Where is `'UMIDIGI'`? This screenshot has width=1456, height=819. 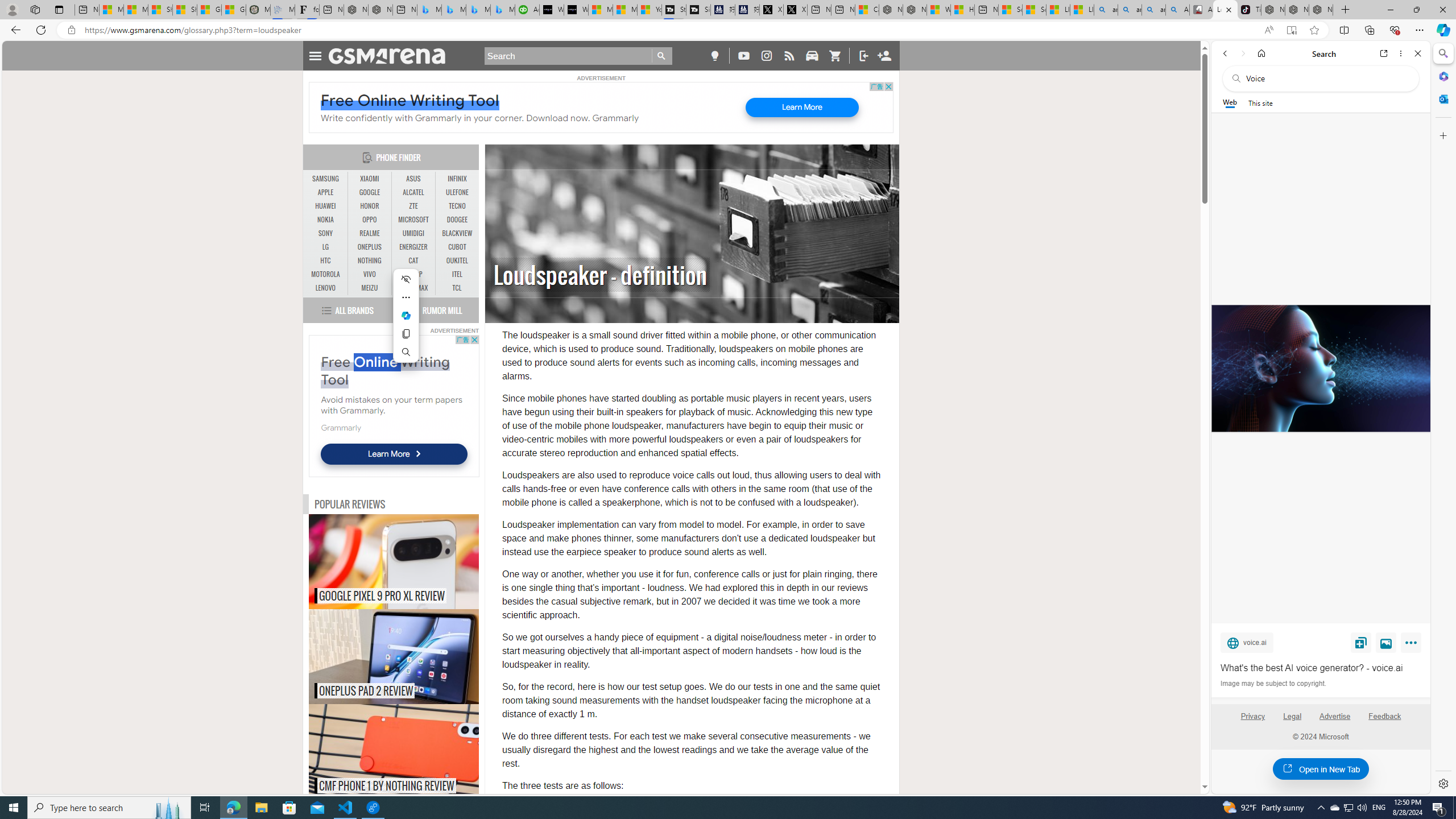
'UMIDIGI' is located at coordinates (413, 233).